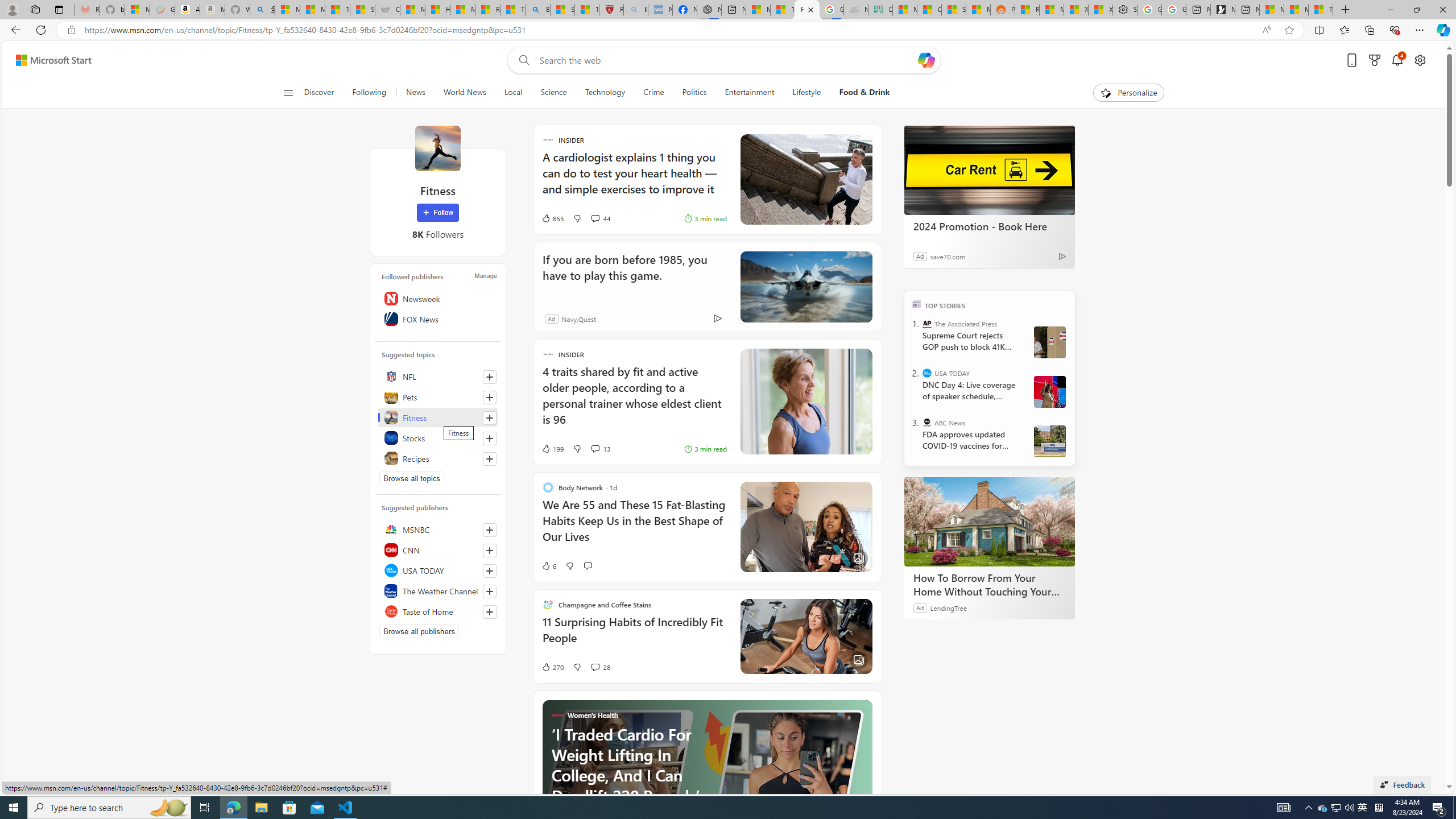  I want to click on 'Science - MSN', so click(562, 9).